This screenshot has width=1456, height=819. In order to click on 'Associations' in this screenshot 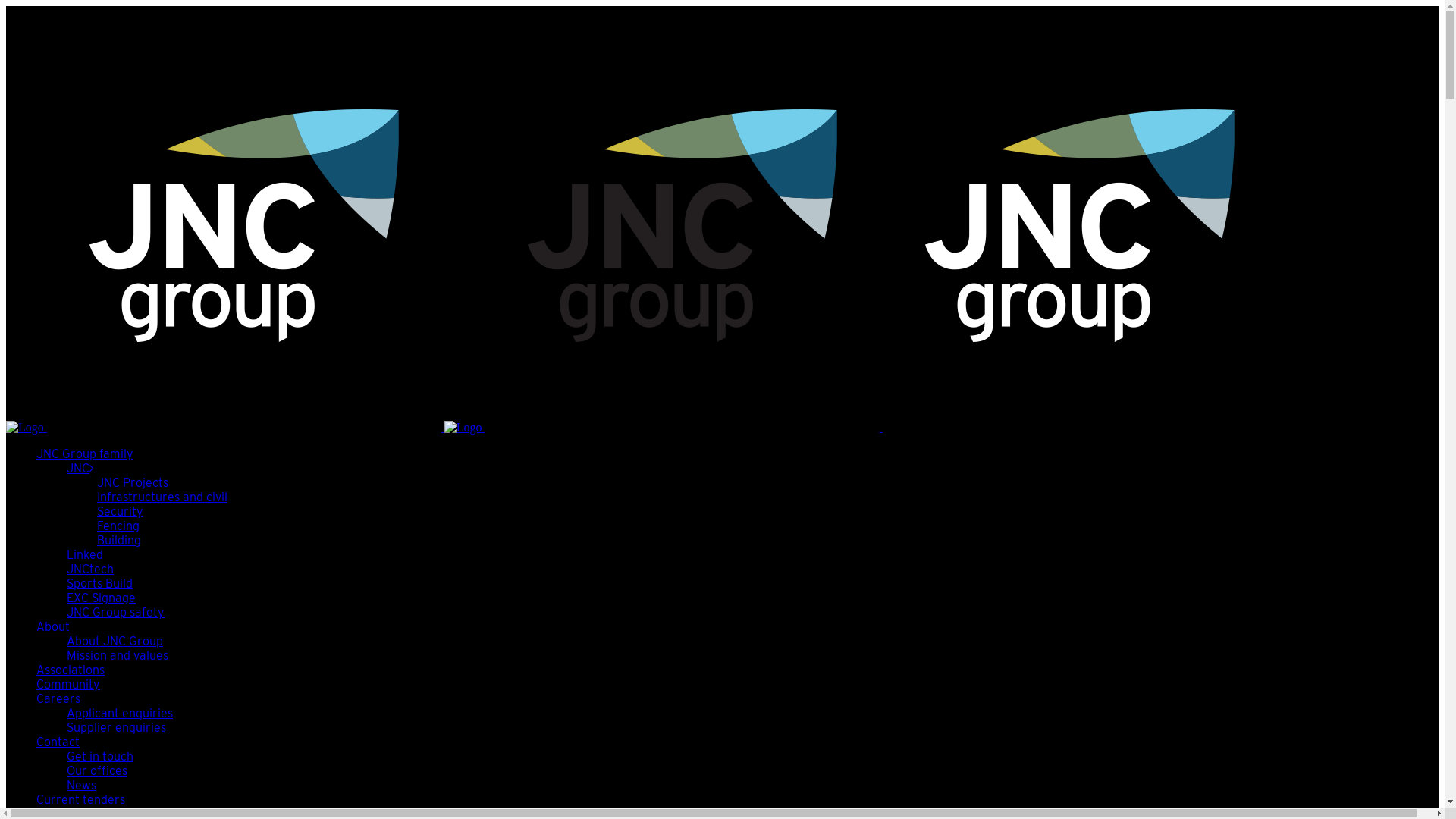, I will do `click(69, 669)`.